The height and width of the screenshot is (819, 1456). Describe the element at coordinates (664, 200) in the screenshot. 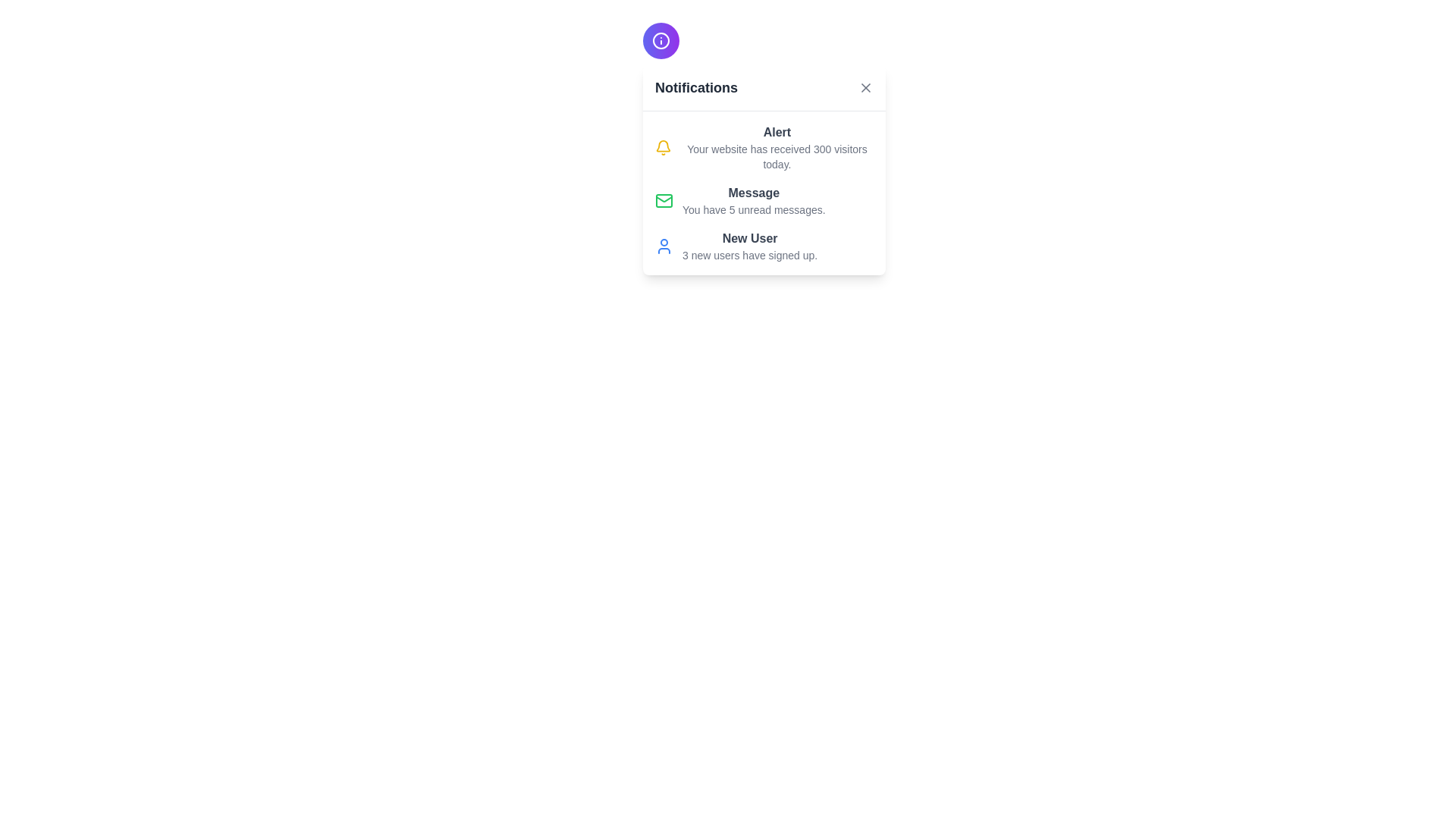

I see `inner rectangle of the envelope icon representing the 'Message' notification in the notification panel by using developer tools` at that location.